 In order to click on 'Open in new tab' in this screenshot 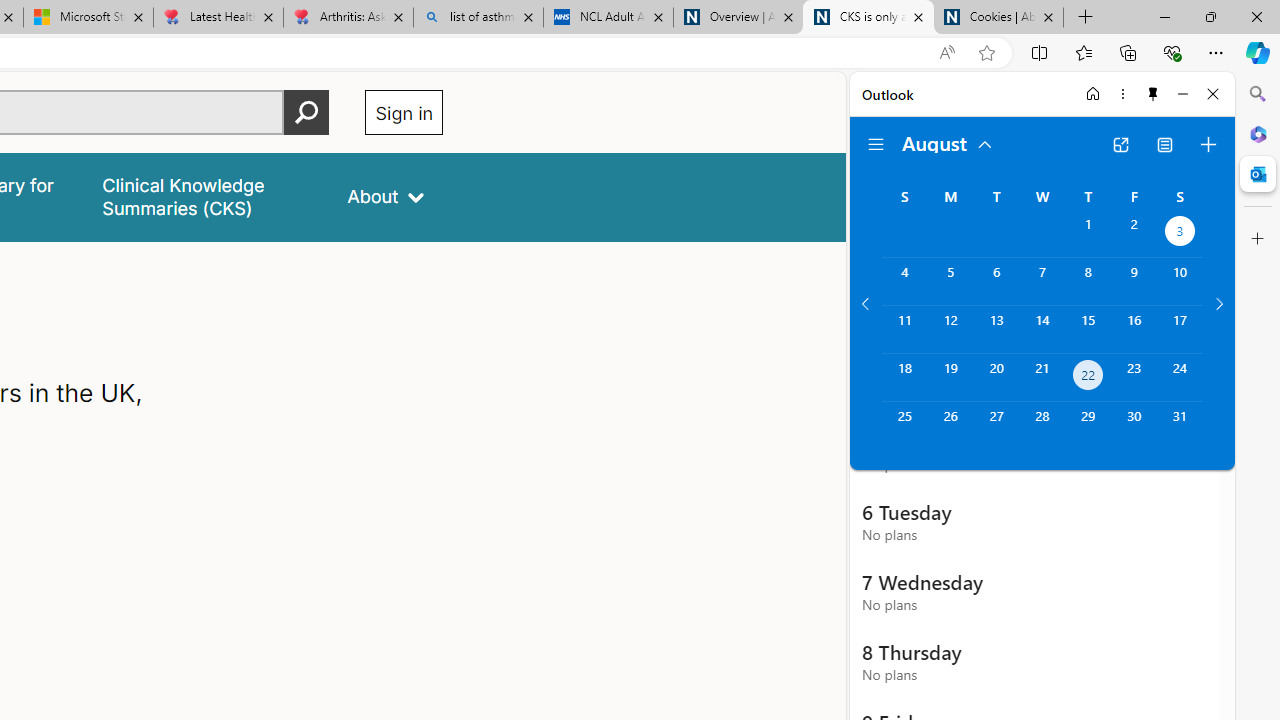, I will do `click(1120, 144)`.